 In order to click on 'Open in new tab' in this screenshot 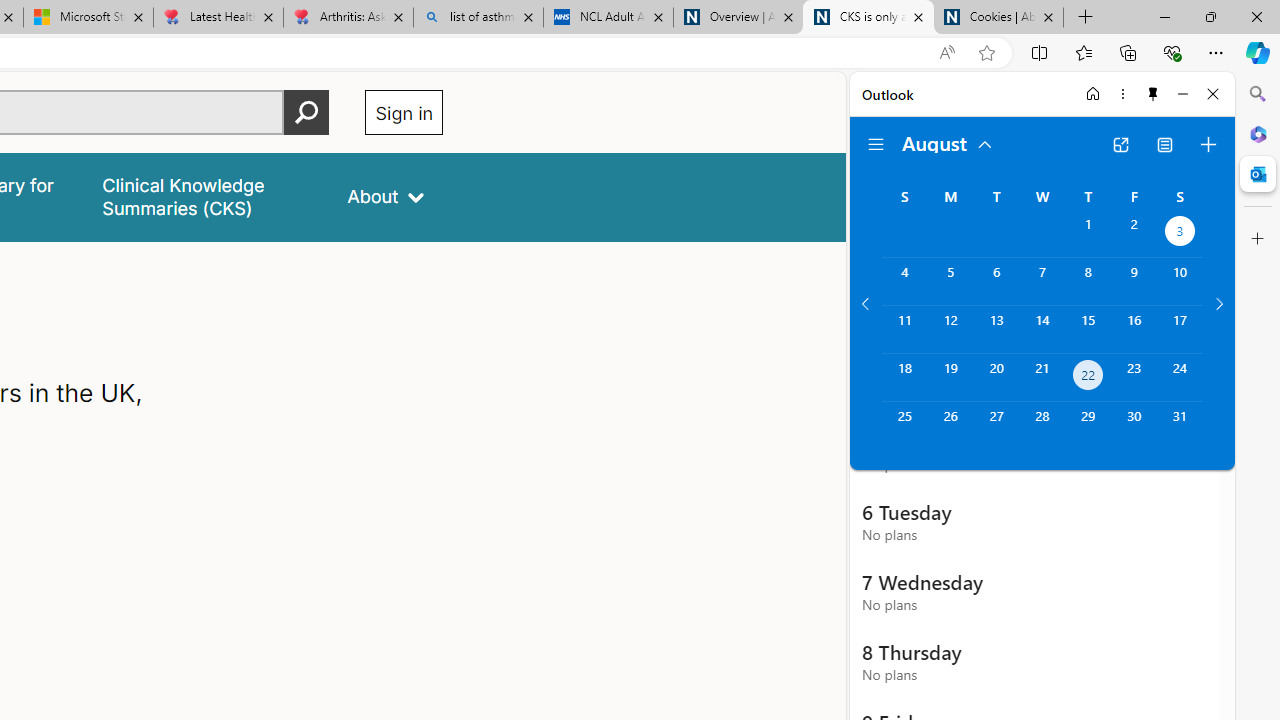, I will do `click(1120, 144)`.